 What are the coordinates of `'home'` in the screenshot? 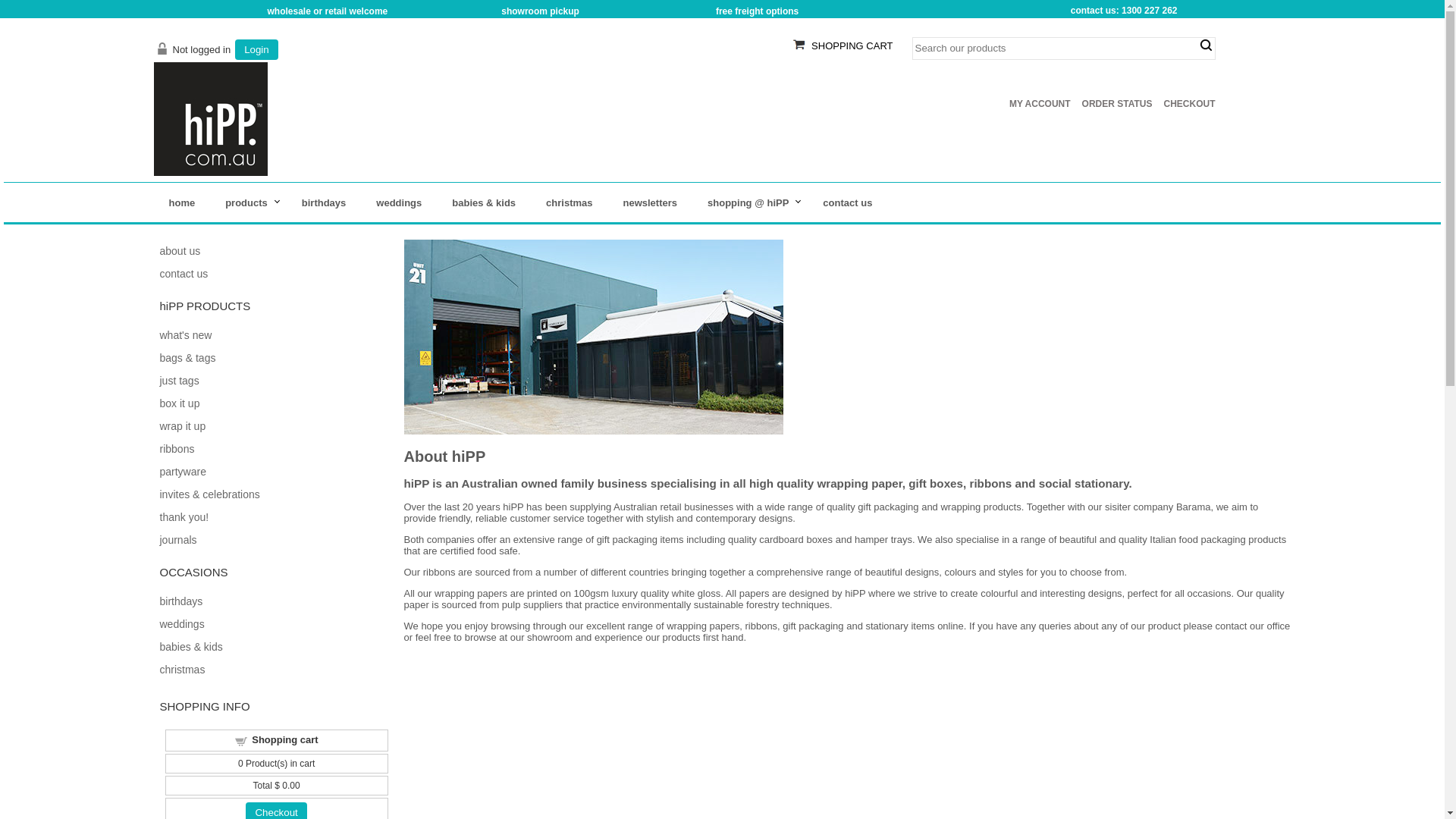 It's located at (152, 202).